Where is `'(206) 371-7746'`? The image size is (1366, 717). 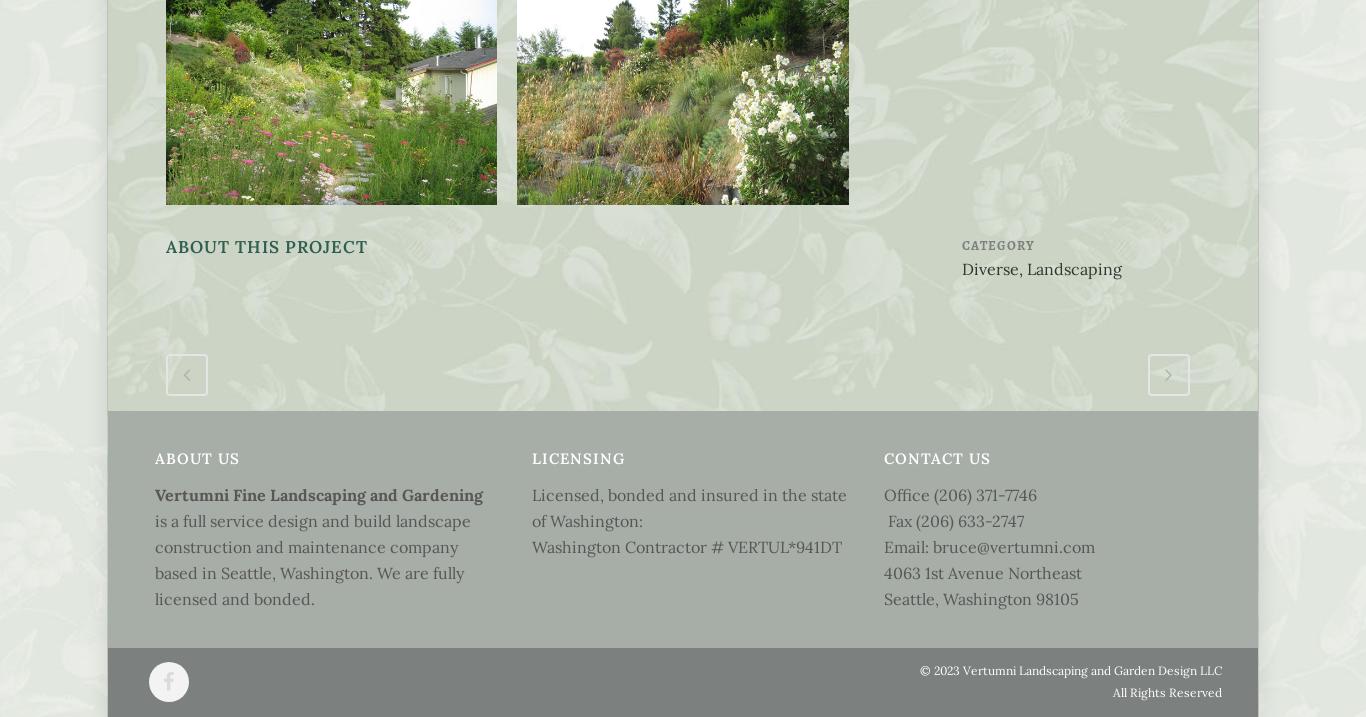
'(206) 371-7746' is located at coordinates (985, 493).